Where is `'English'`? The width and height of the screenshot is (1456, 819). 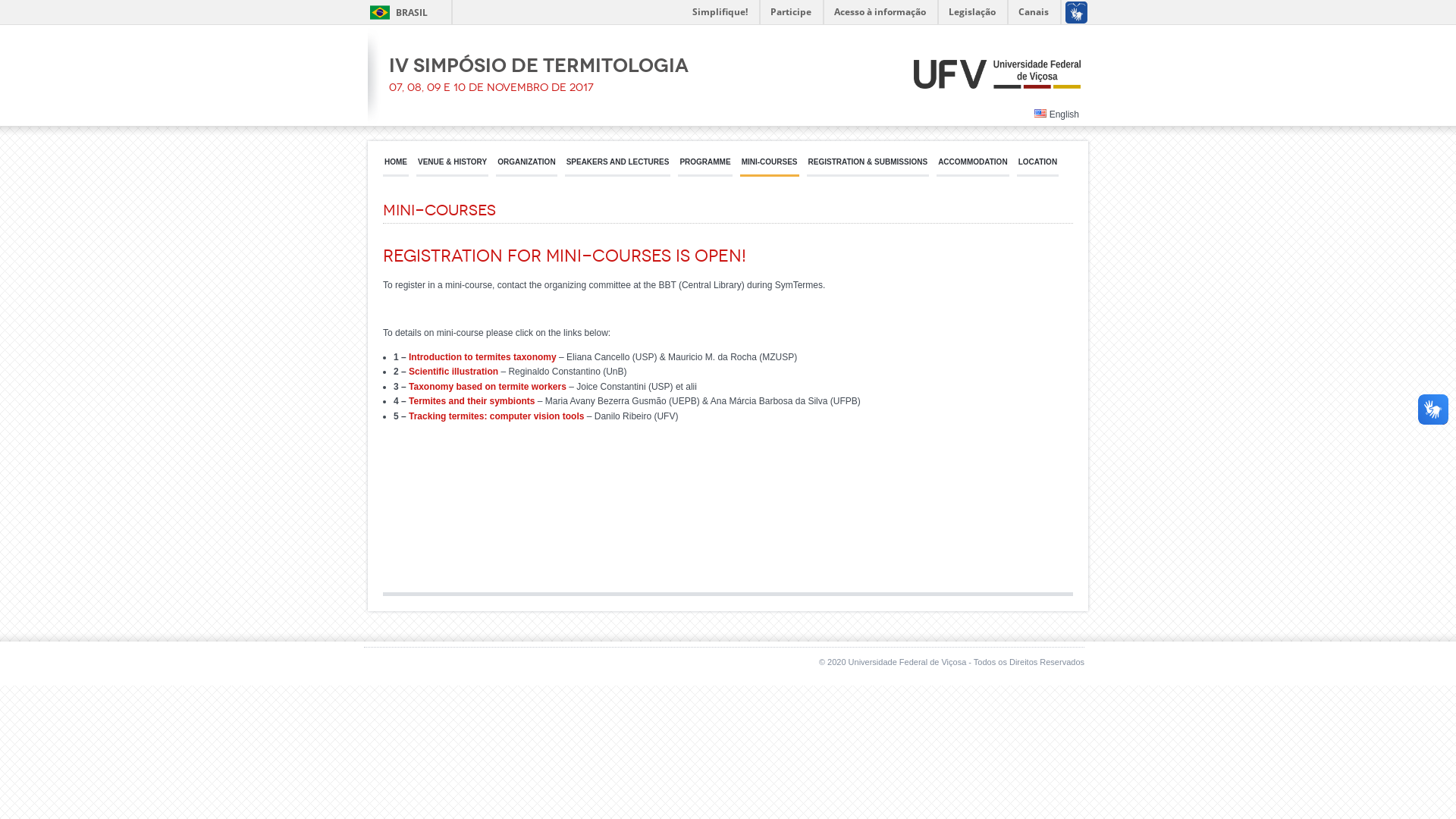
'English' is located at coordinates (1056, 113).